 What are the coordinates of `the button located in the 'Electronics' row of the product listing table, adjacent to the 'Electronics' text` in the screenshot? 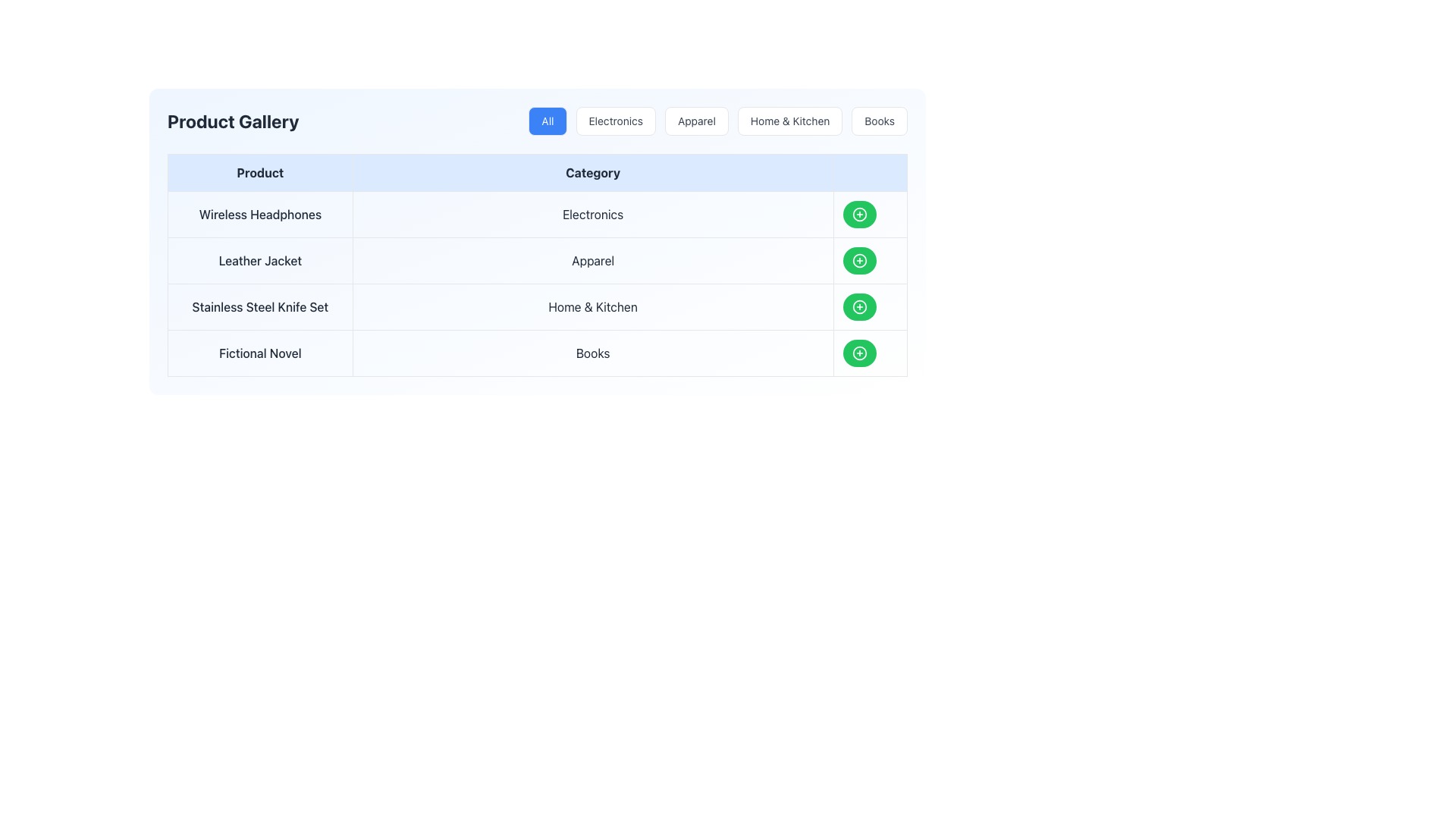 It's located at (859, 214).